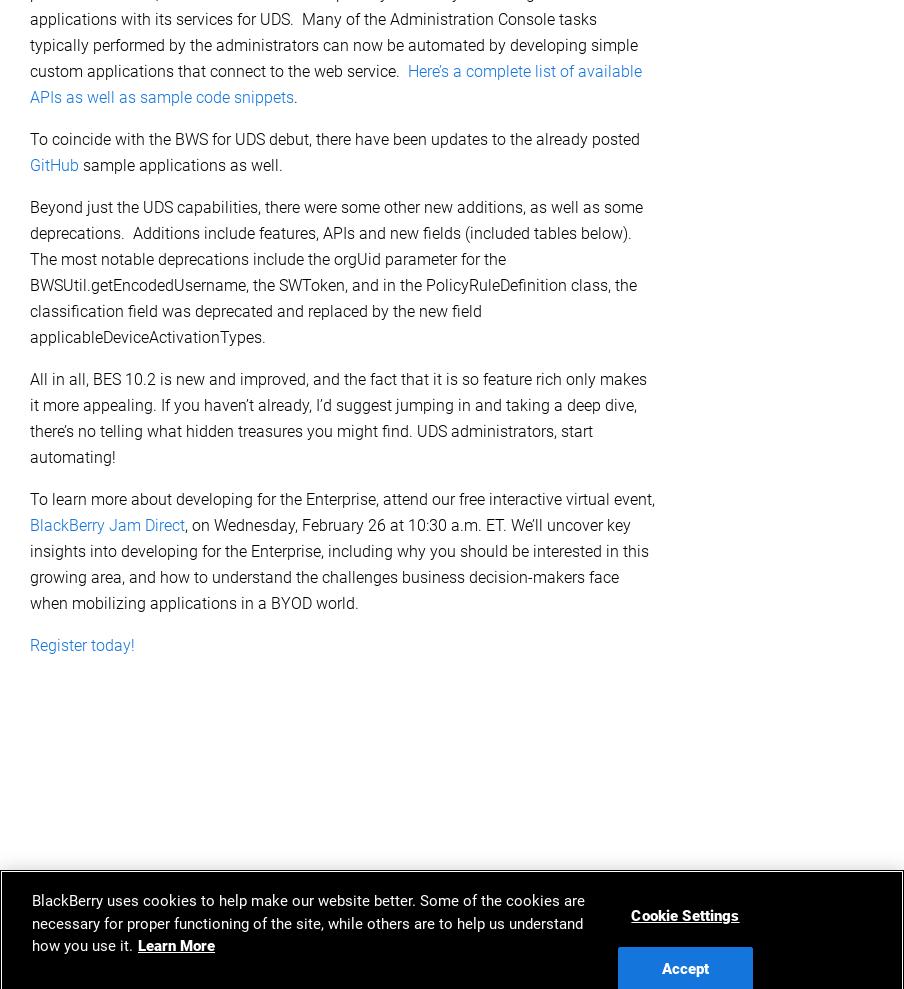 This screenshot has width=904, height=989. Describe the element at coordinates (29, 137) in the screenshot. I see `'To coincide with the BWS for UDS debut, there have been updates to the already posted'` at that location.